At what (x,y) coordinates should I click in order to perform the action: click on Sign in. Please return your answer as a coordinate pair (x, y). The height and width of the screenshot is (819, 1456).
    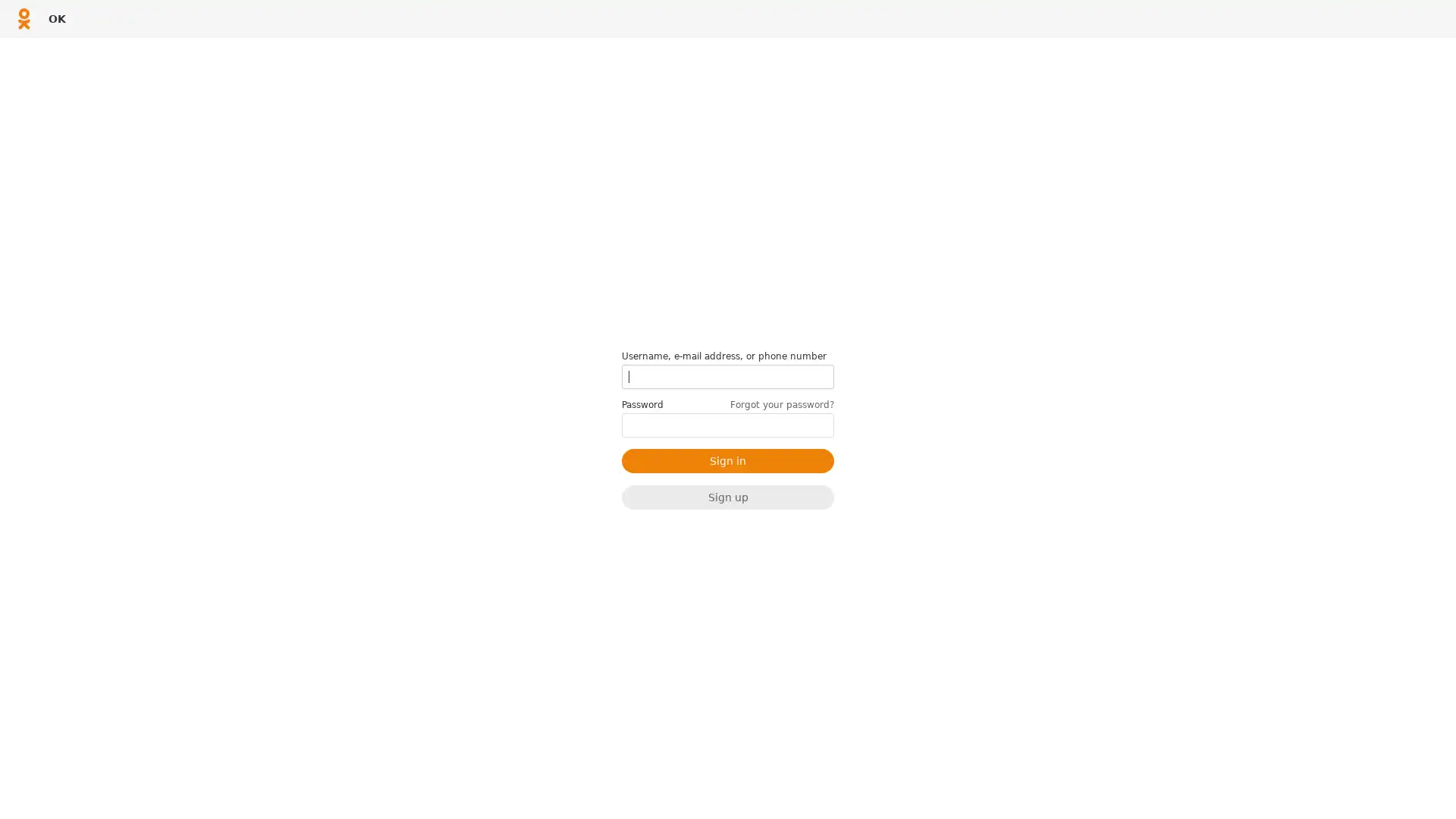
    Looking at the image, I should click on (728, 459).